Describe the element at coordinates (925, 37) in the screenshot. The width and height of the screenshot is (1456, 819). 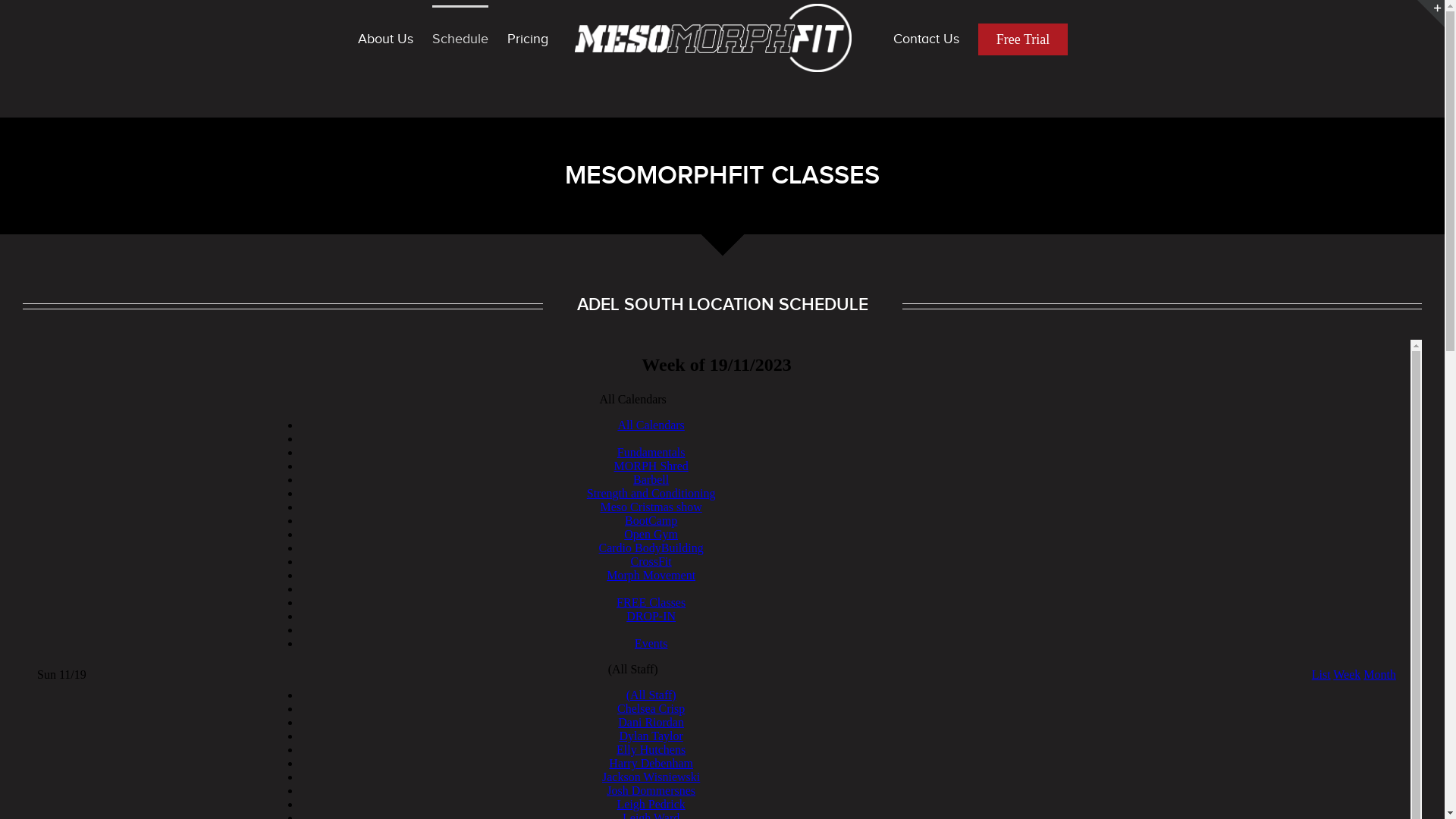
I see `'Contact Us'` at that location.